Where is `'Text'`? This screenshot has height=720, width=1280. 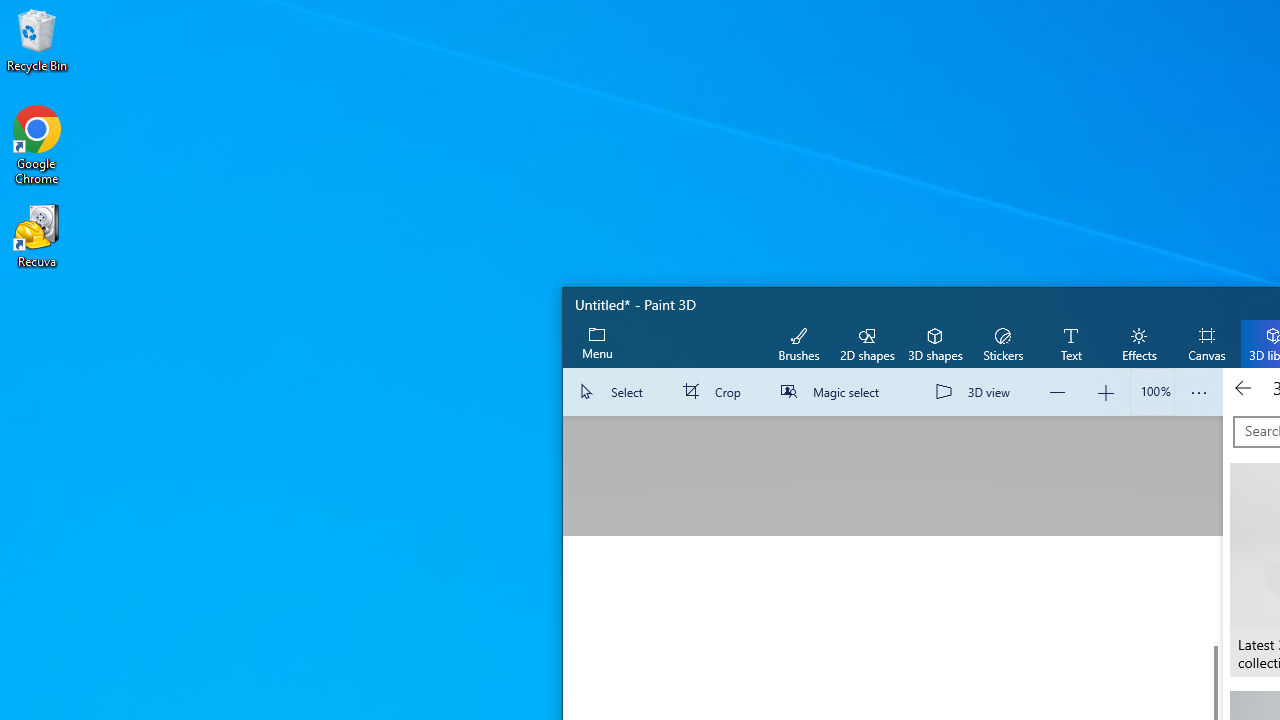 'Text' is located at coordinates (1069, 342).